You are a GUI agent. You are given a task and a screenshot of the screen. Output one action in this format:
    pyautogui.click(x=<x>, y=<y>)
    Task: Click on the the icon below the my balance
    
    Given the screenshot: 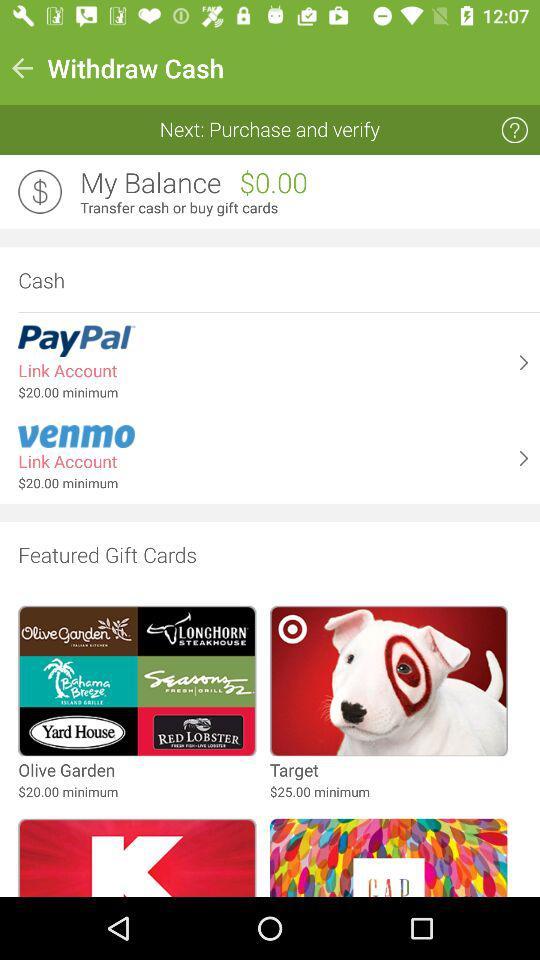 What is the action you would take?
    pyautogui.click(x=303, y=208)
    